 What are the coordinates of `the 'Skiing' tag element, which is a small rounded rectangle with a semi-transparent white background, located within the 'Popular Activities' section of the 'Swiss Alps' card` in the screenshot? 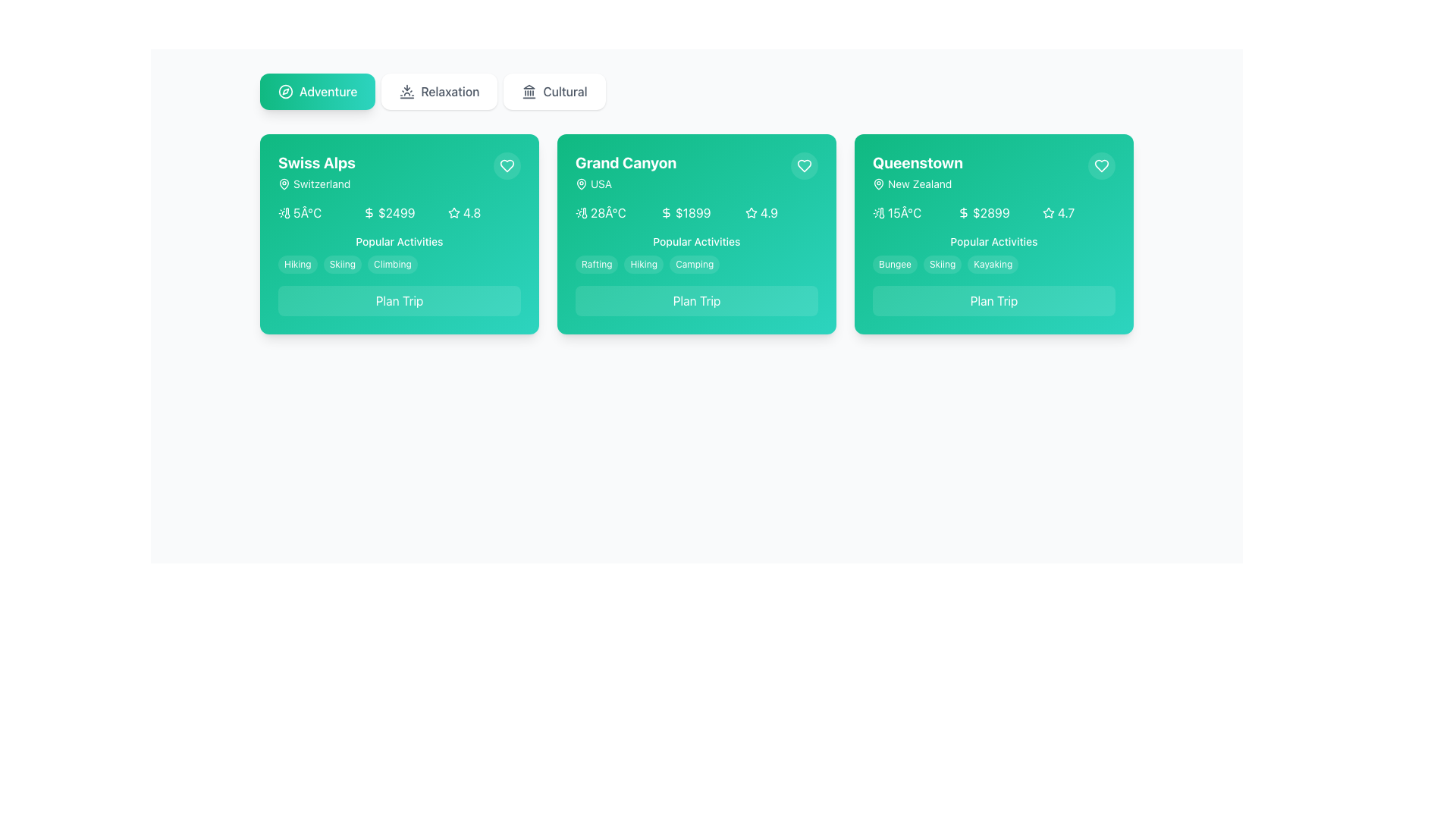 It's located at (341, 263).